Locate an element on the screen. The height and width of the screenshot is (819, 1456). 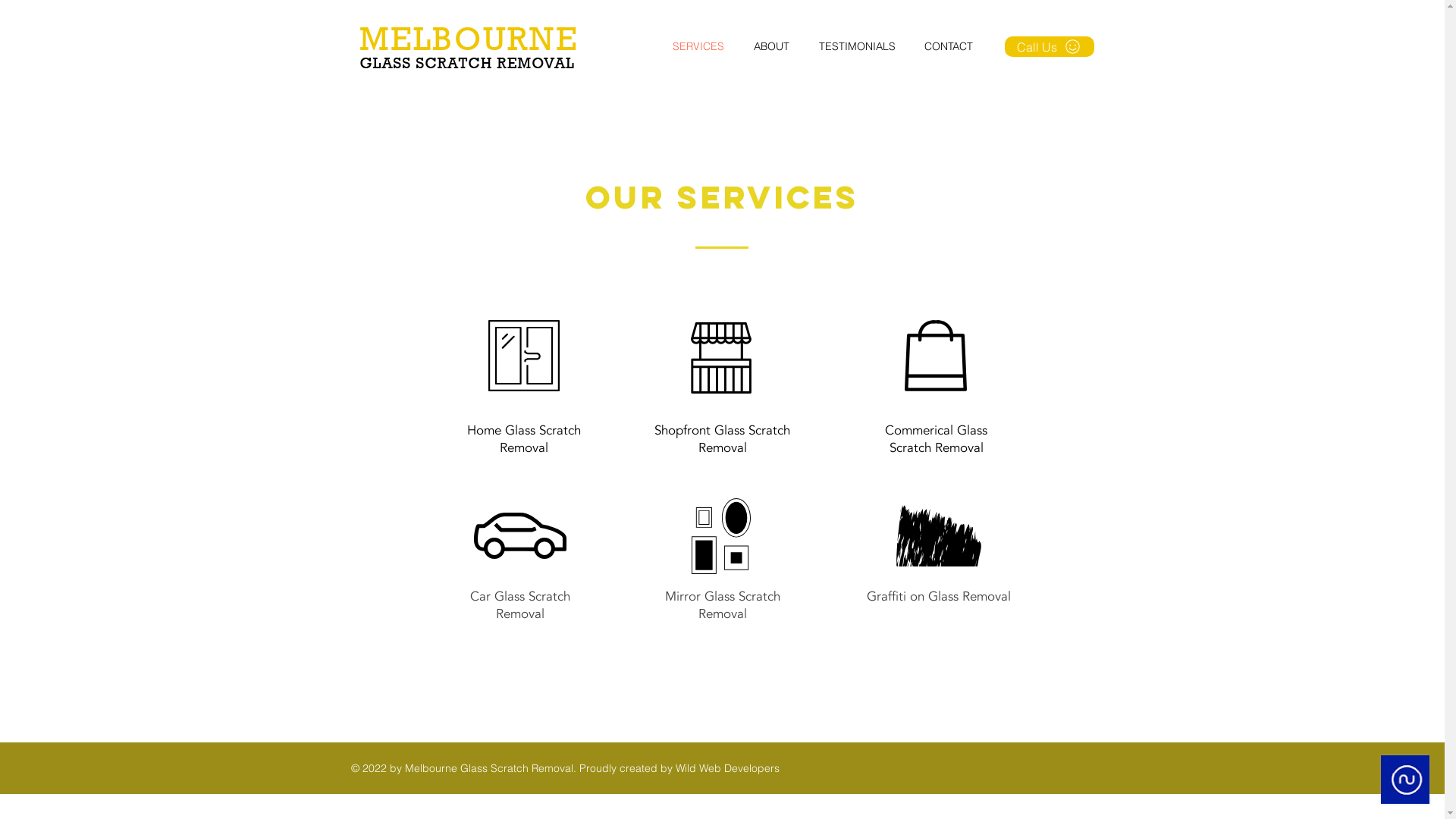
'CONTACT' is located at coordinates (953, 45).